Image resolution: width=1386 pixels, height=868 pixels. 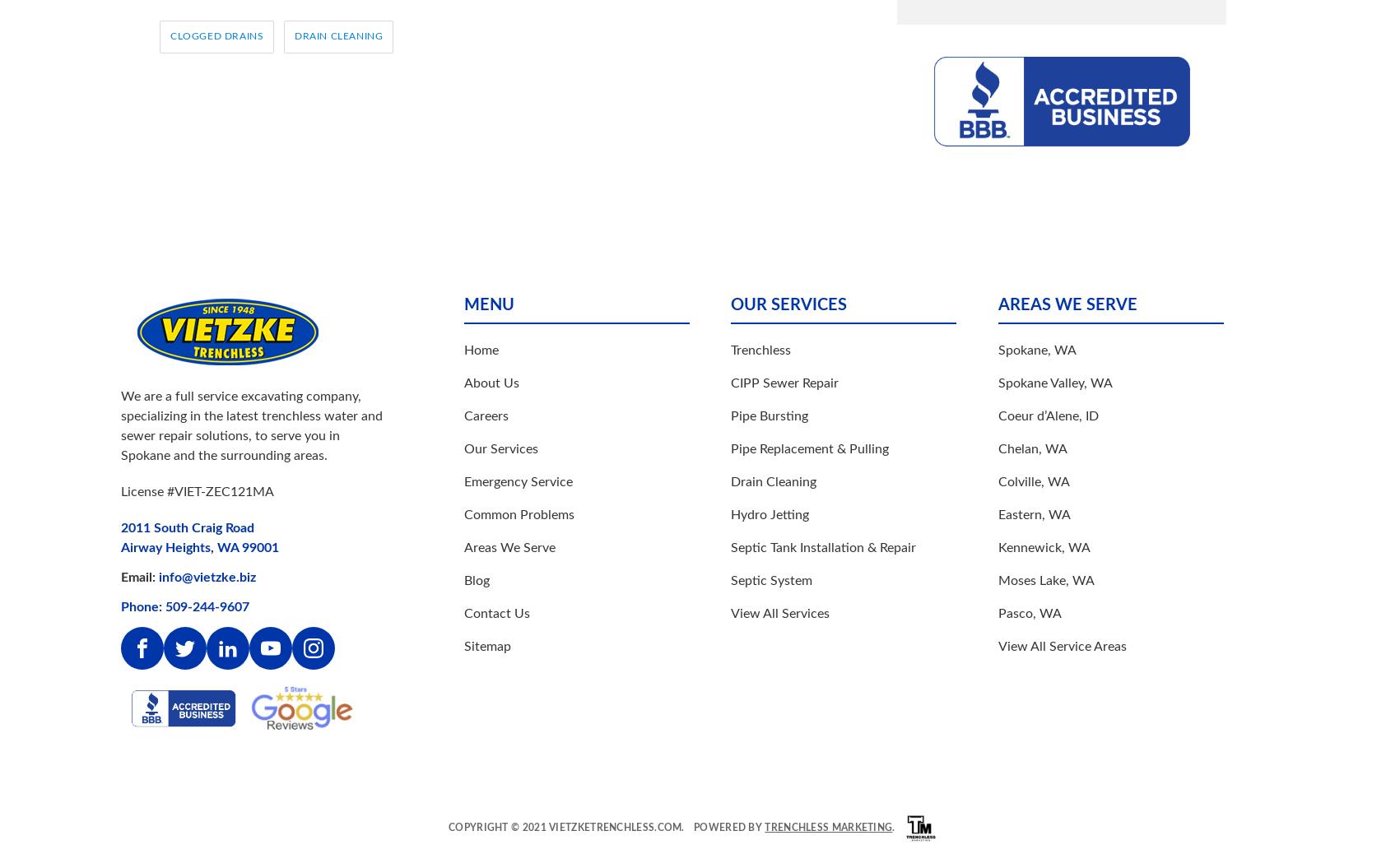 What do you see at coordinates (1032, 448) in the screenshot?
I see `'Chelan, WA'` at bounding box center [1032, 448].